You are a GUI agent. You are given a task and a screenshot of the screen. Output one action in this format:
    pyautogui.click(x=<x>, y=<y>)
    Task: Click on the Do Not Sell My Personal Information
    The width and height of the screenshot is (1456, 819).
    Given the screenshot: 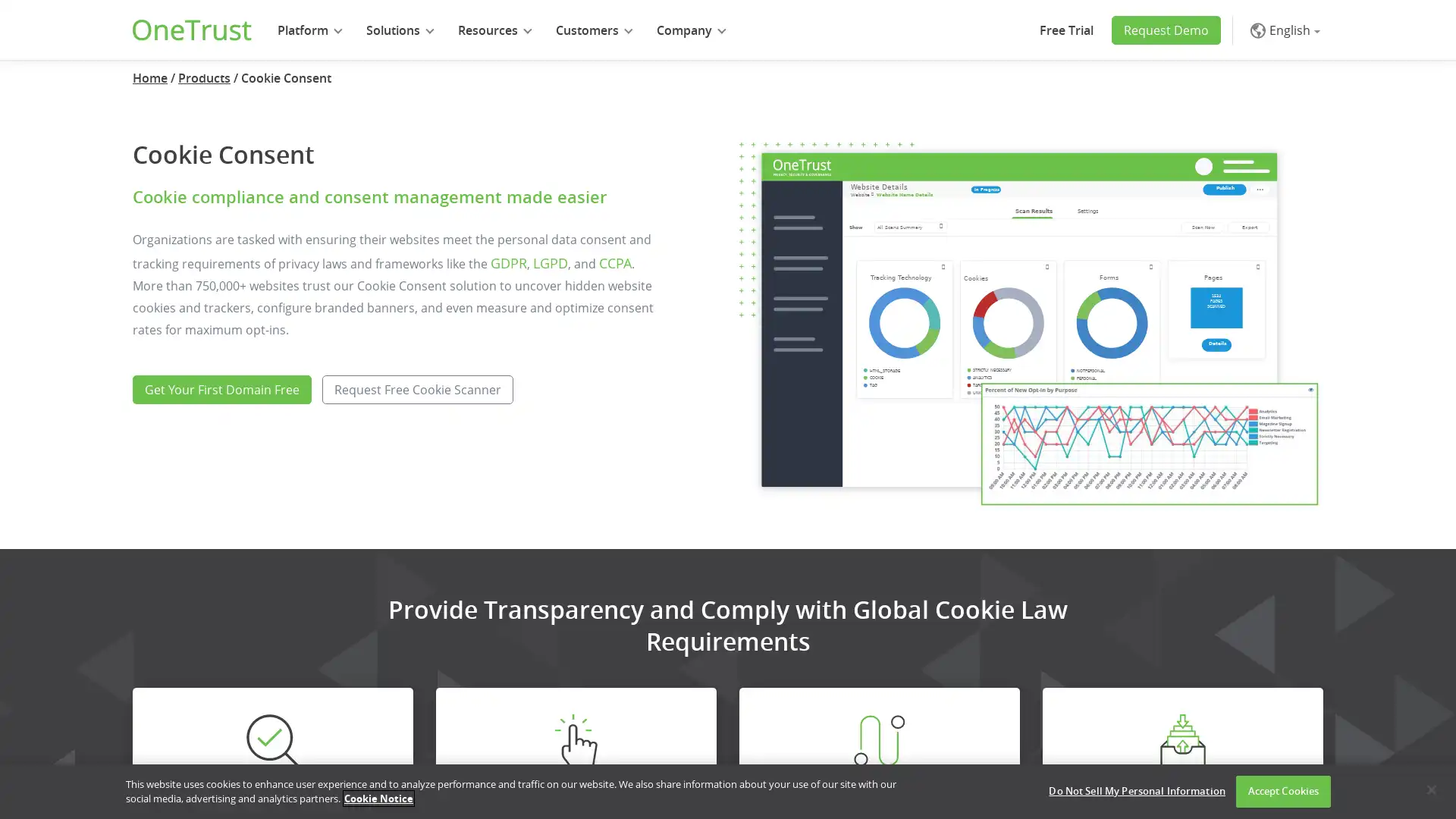 What is the action you would take?
    pyautogui.click(x=1137, y=791)
    